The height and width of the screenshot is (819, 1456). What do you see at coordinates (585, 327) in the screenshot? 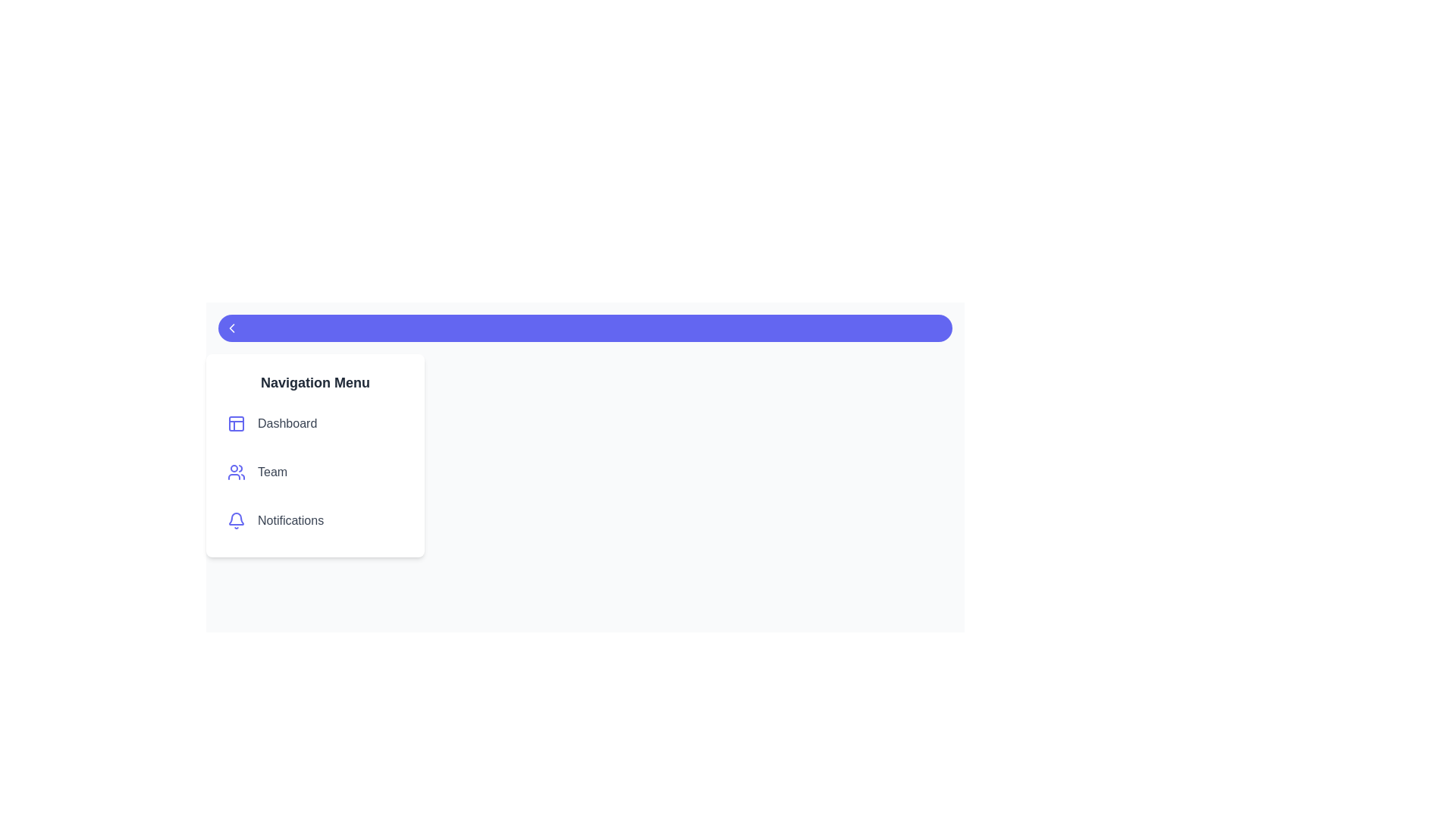
I see `the toggle button to toggle the drawer open or closed` at bounding box center [585, 327].